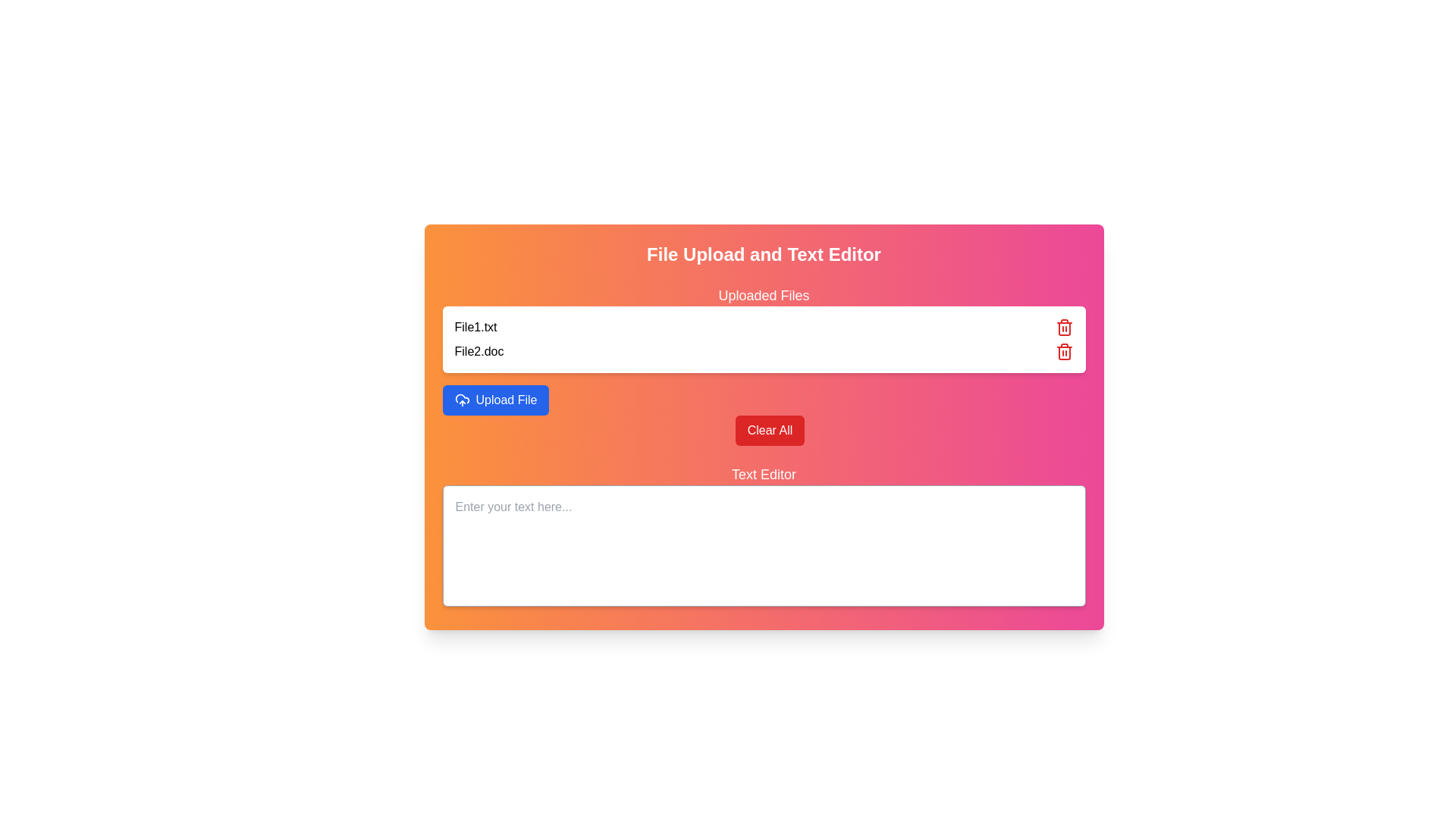  I want to click on the delete button located at the far right end of the row labeled 'File1.txt' in the 'Uploaded Files' section, so click(1063, 327).